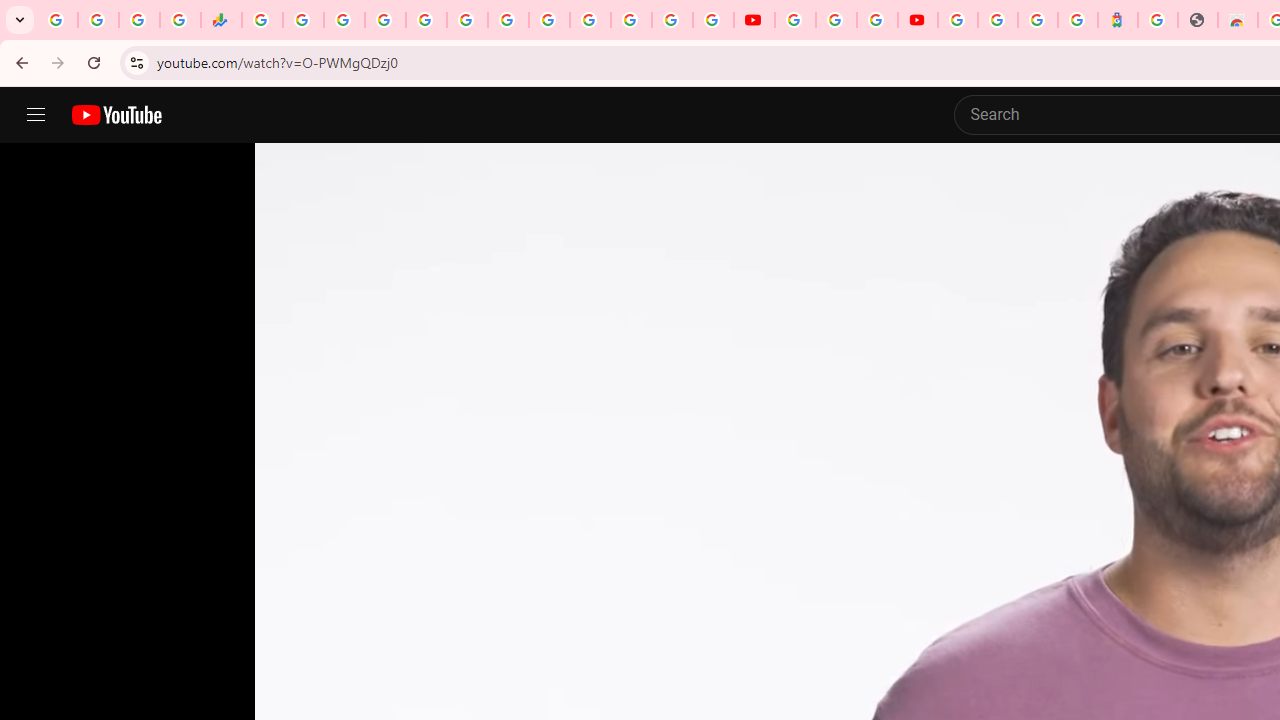 This screenshot has width=1280, height=720. What do you see at coordinates (1117, 20) in the screenshot?
I see `'Atour Hotel - Google hotels'` at bounding box center [1117, 20].